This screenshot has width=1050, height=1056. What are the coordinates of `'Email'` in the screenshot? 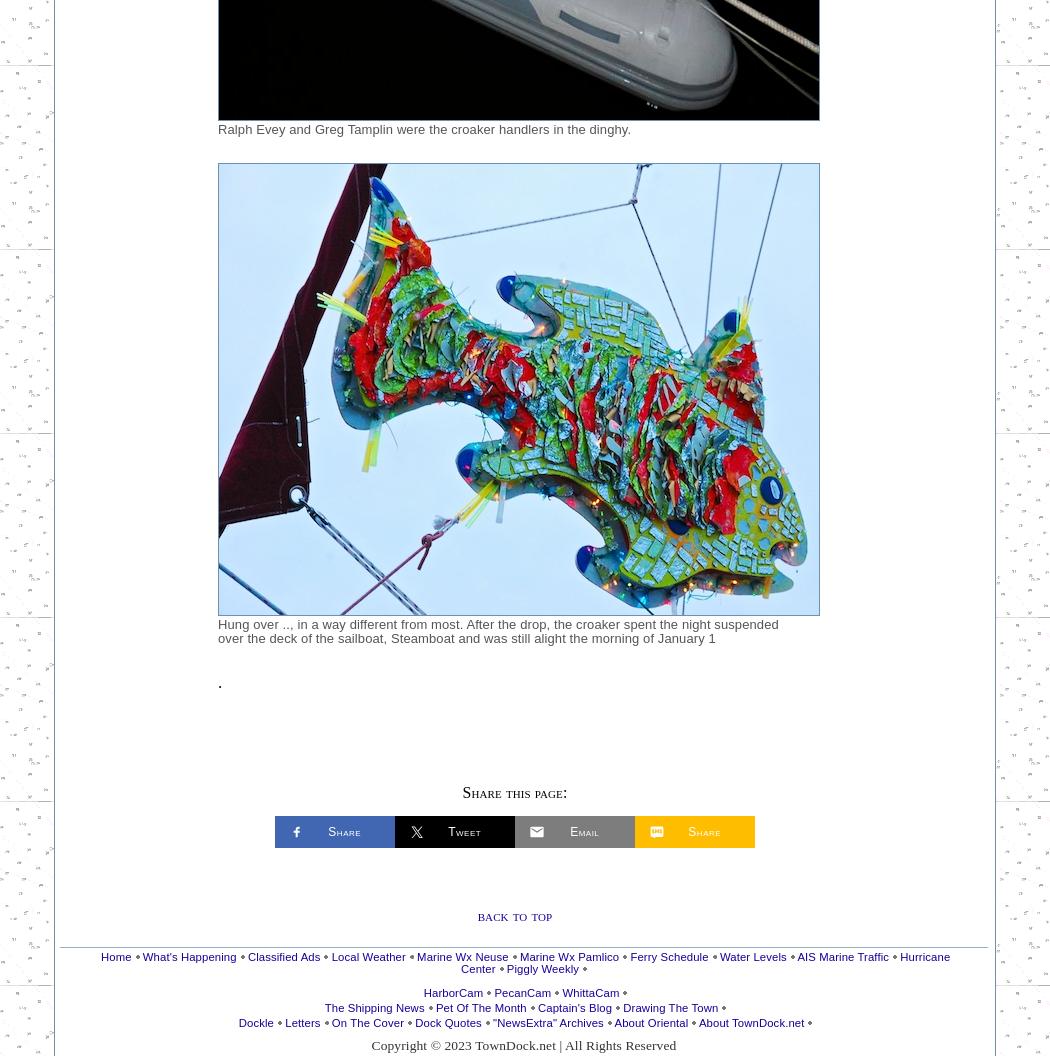 It's located at (583, 830).